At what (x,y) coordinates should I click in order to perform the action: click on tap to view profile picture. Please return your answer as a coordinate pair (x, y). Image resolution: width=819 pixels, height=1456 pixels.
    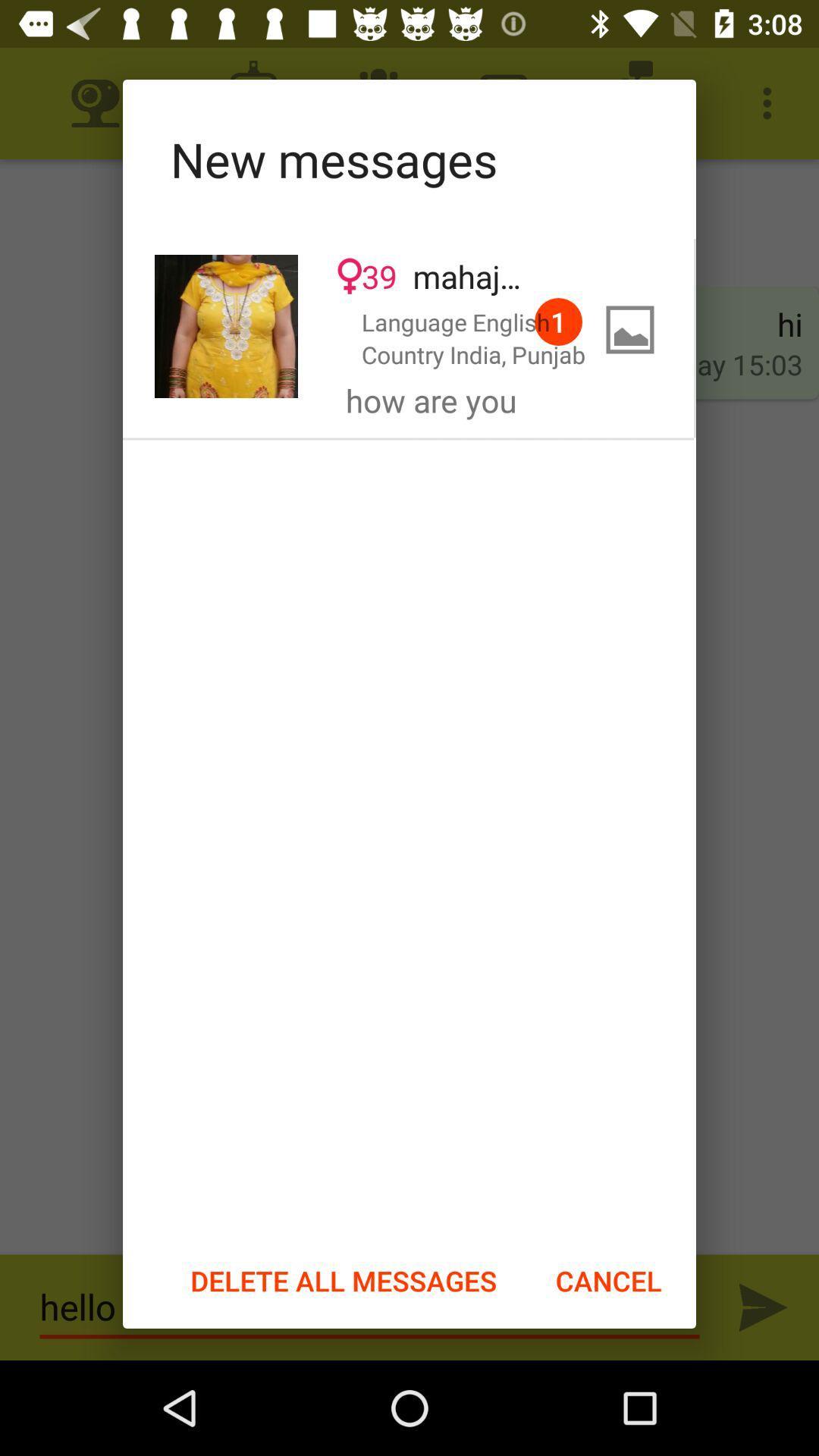
    Looking at the image, I should click on (226, 325).